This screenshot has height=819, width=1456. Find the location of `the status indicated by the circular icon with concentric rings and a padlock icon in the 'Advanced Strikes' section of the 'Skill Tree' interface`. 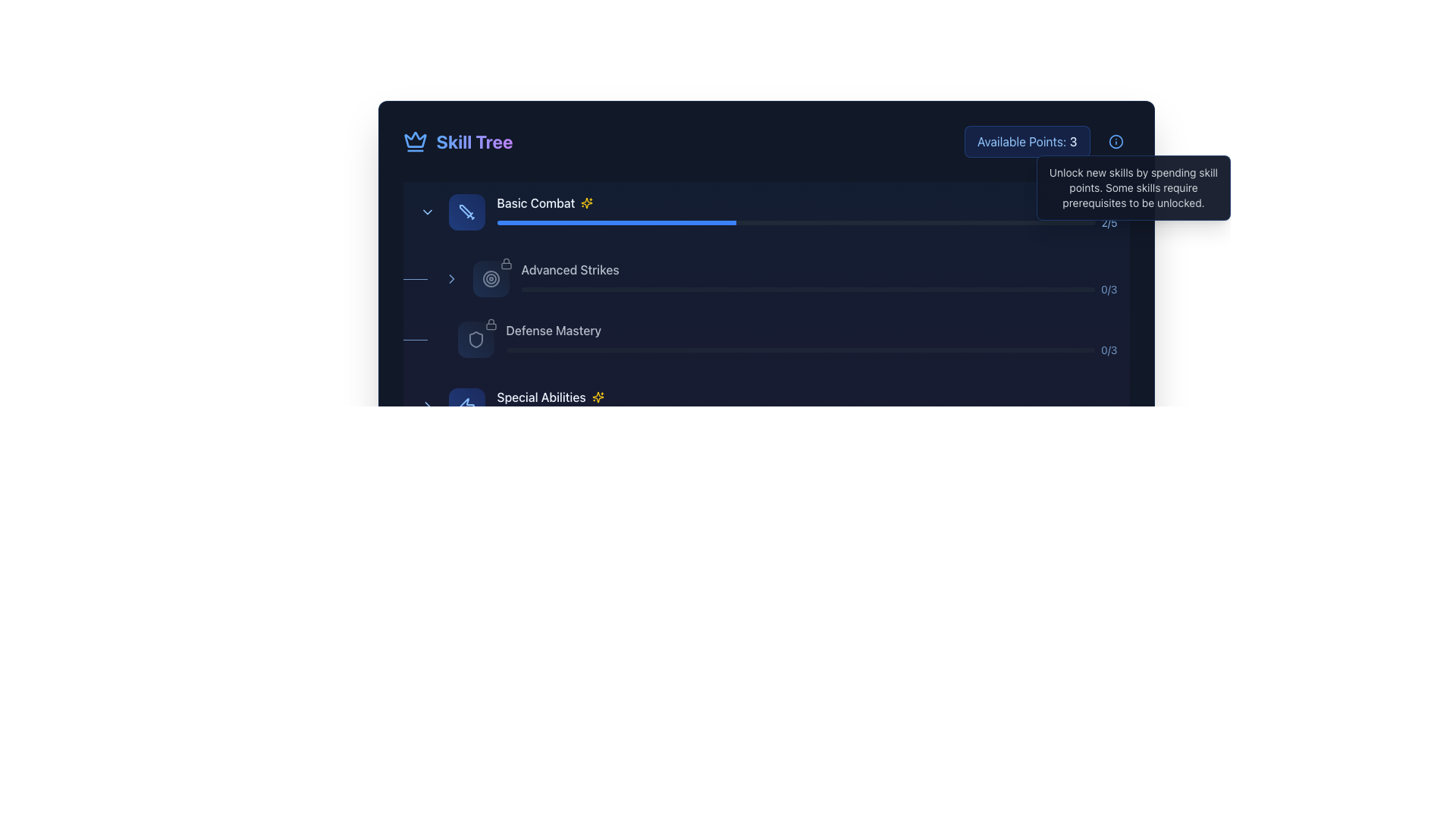

the status indicated by the circular icon with concentric rings and a padlock icon in the 'Advanced Strikes' section of the 'Skill Tree' interface is located at coordinates (491, 278).